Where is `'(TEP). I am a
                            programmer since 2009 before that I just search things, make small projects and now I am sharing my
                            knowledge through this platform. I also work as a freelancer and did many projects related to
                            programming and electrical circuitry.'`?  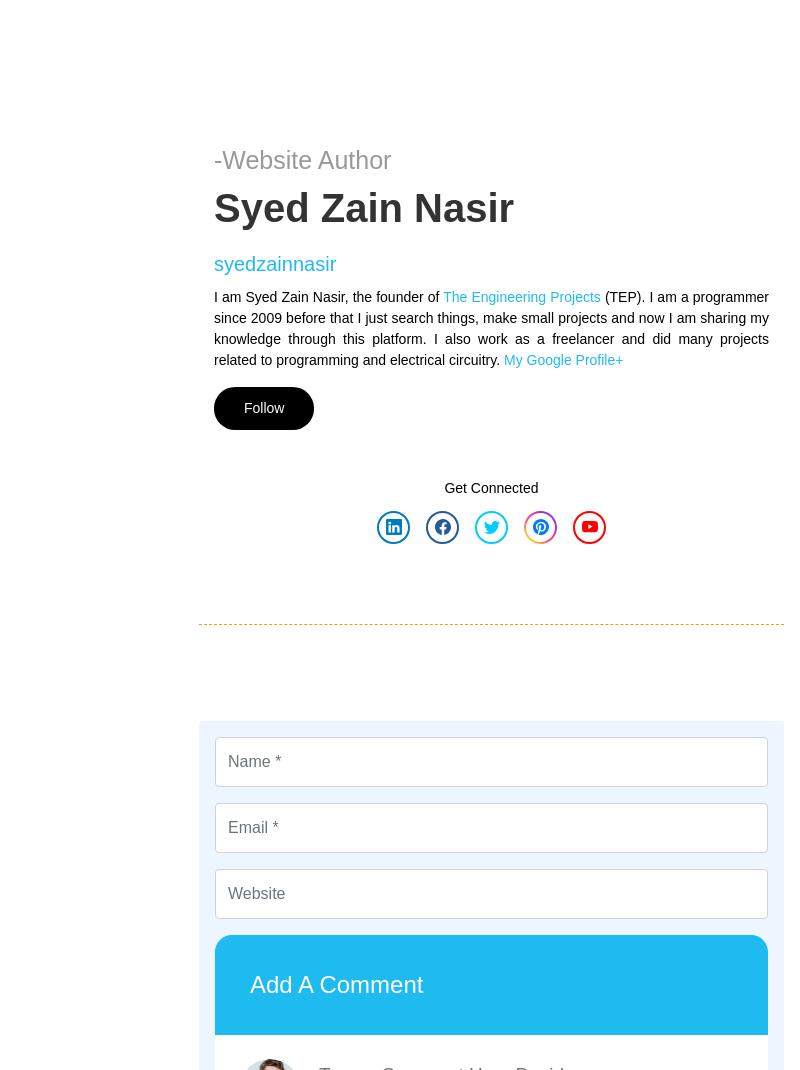 '(TEP). I am a
                            programmer since 2009 before that I just search things, make small projects and now I am sharing my
                            knowledge through this platform. I also work as a freelancer and did many projects related to
                            programming and electrical circuitry.' is located at coordinates (214, 327).